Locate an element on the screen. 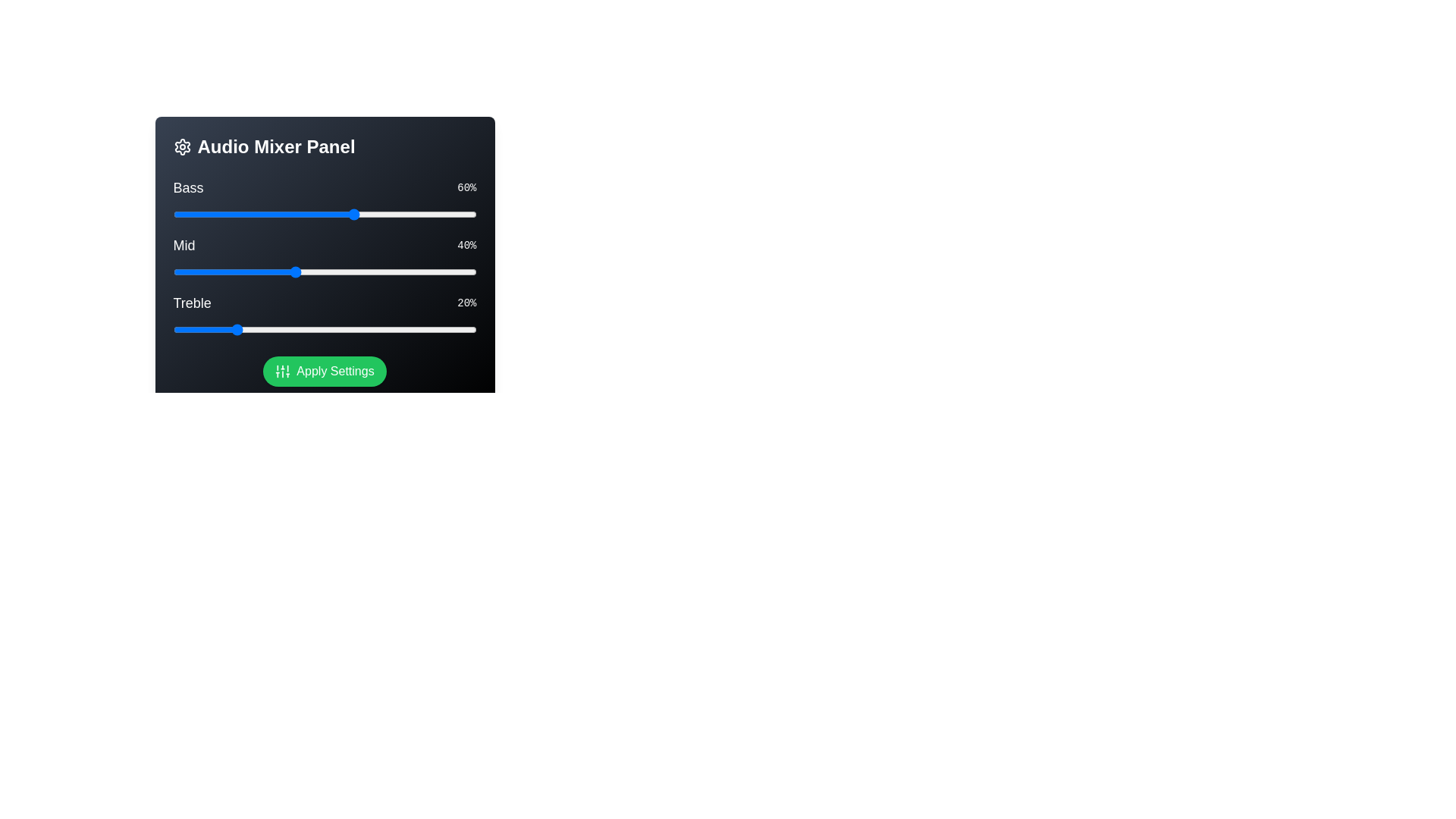 The width and height of the screenshot is (1456, 819). the Treble slider to 31% is located at coordinates (267, 329).